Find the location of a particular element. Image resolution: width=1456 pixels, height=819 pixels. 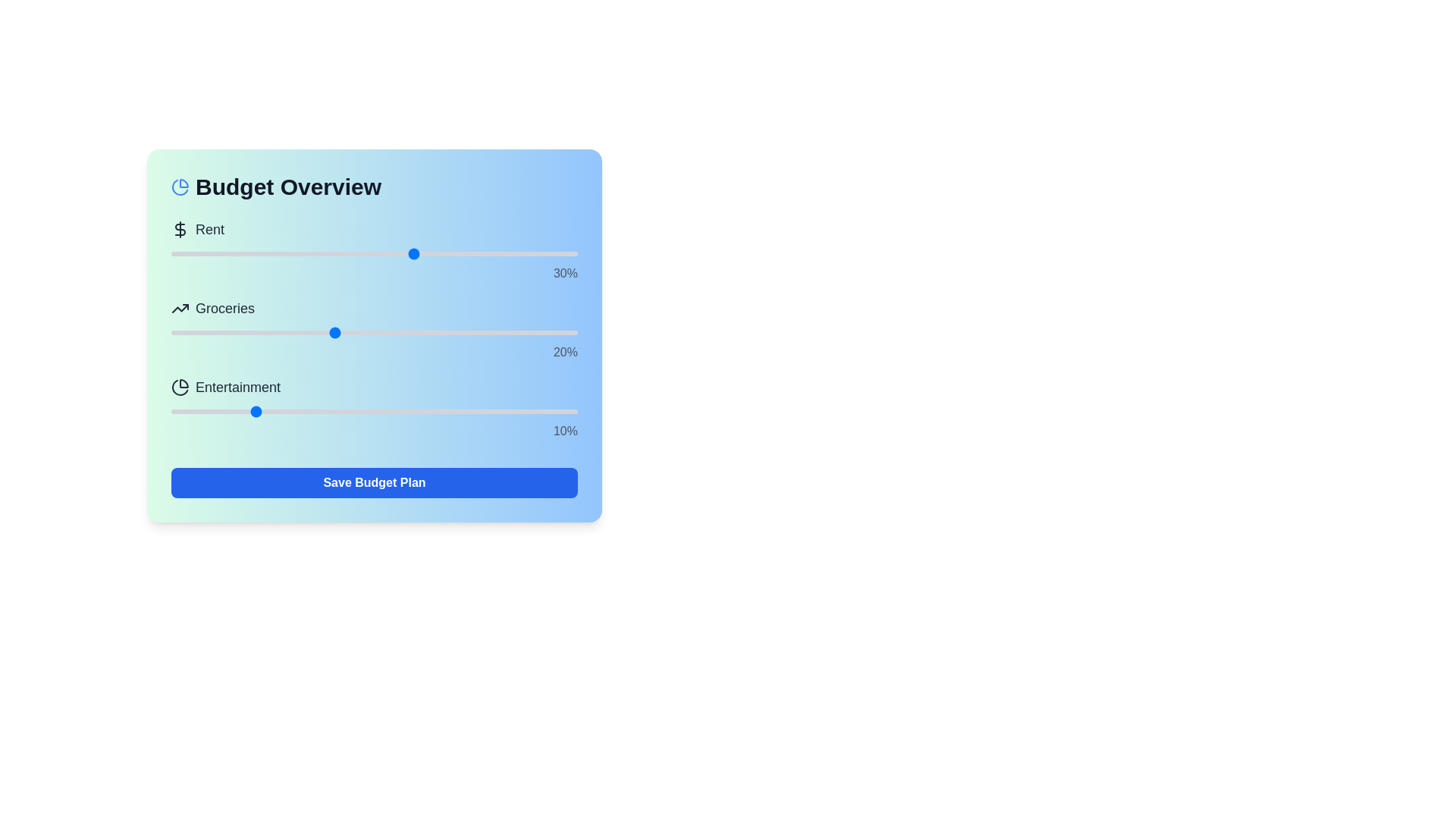

the 'Entertainment' slider is located at coordinates (277, 412).